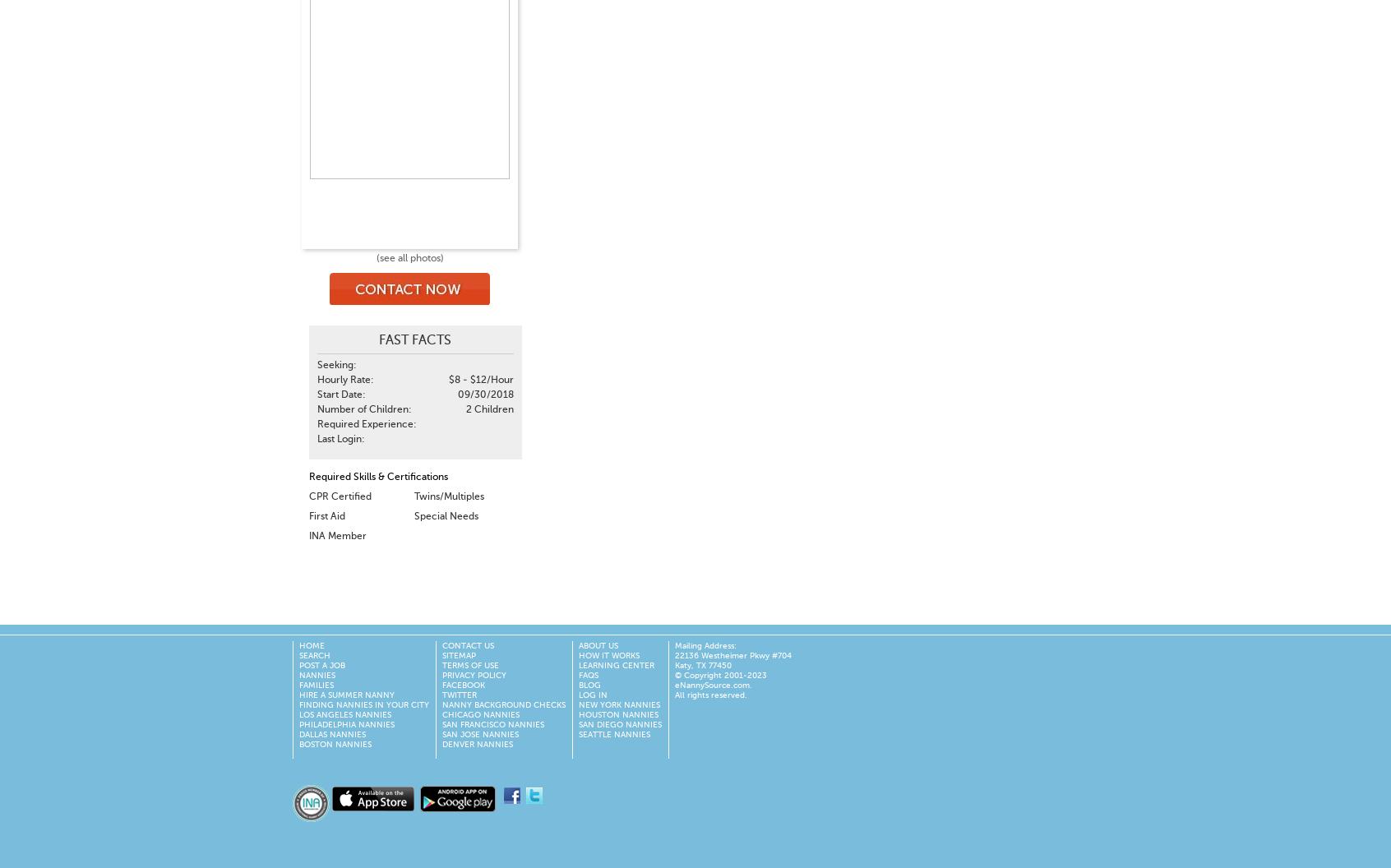  I want to click on 'Dallas Nannies', so click(332, 734).